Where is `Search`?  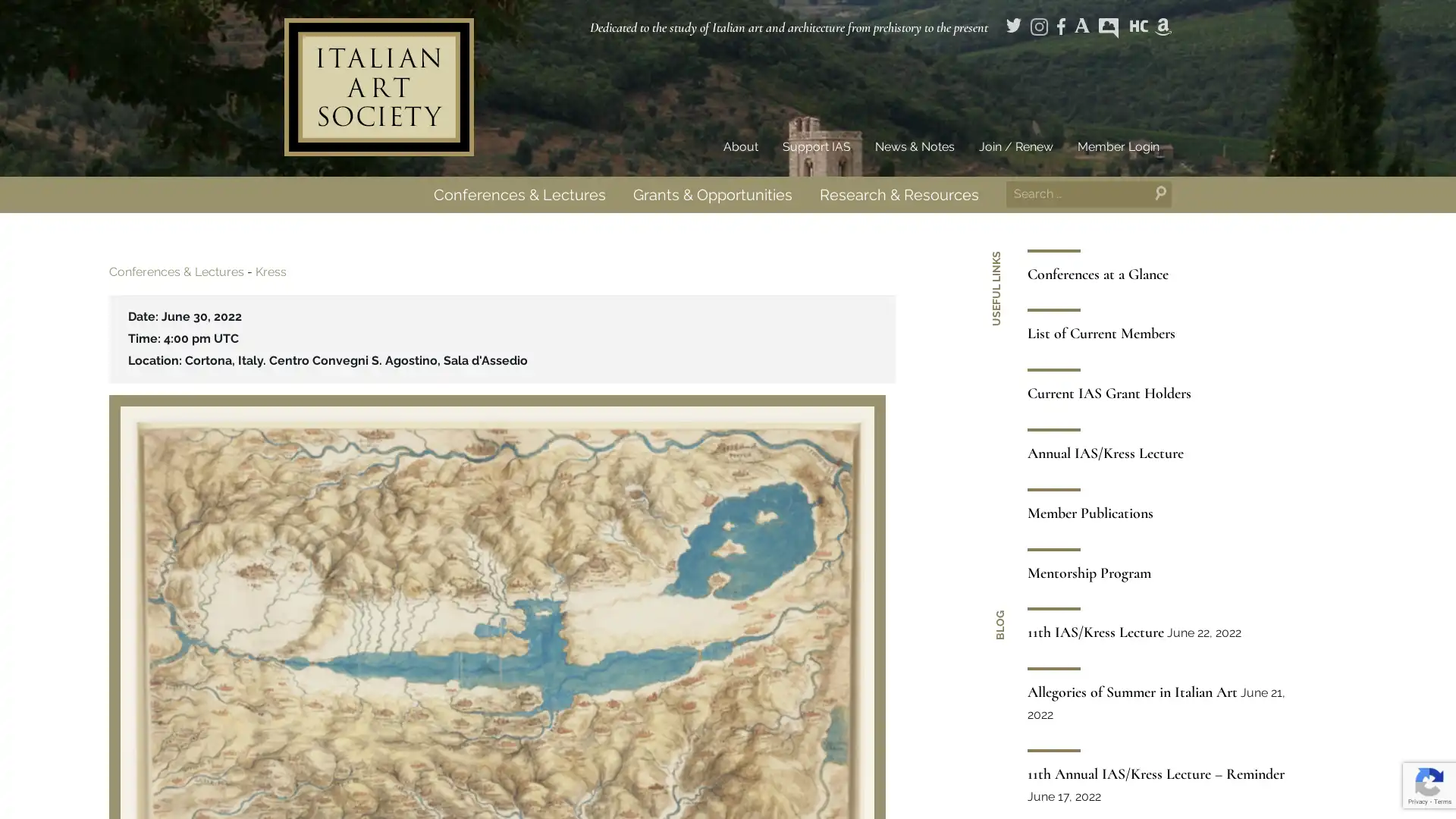
Search is located at coordinates (1159, 192).